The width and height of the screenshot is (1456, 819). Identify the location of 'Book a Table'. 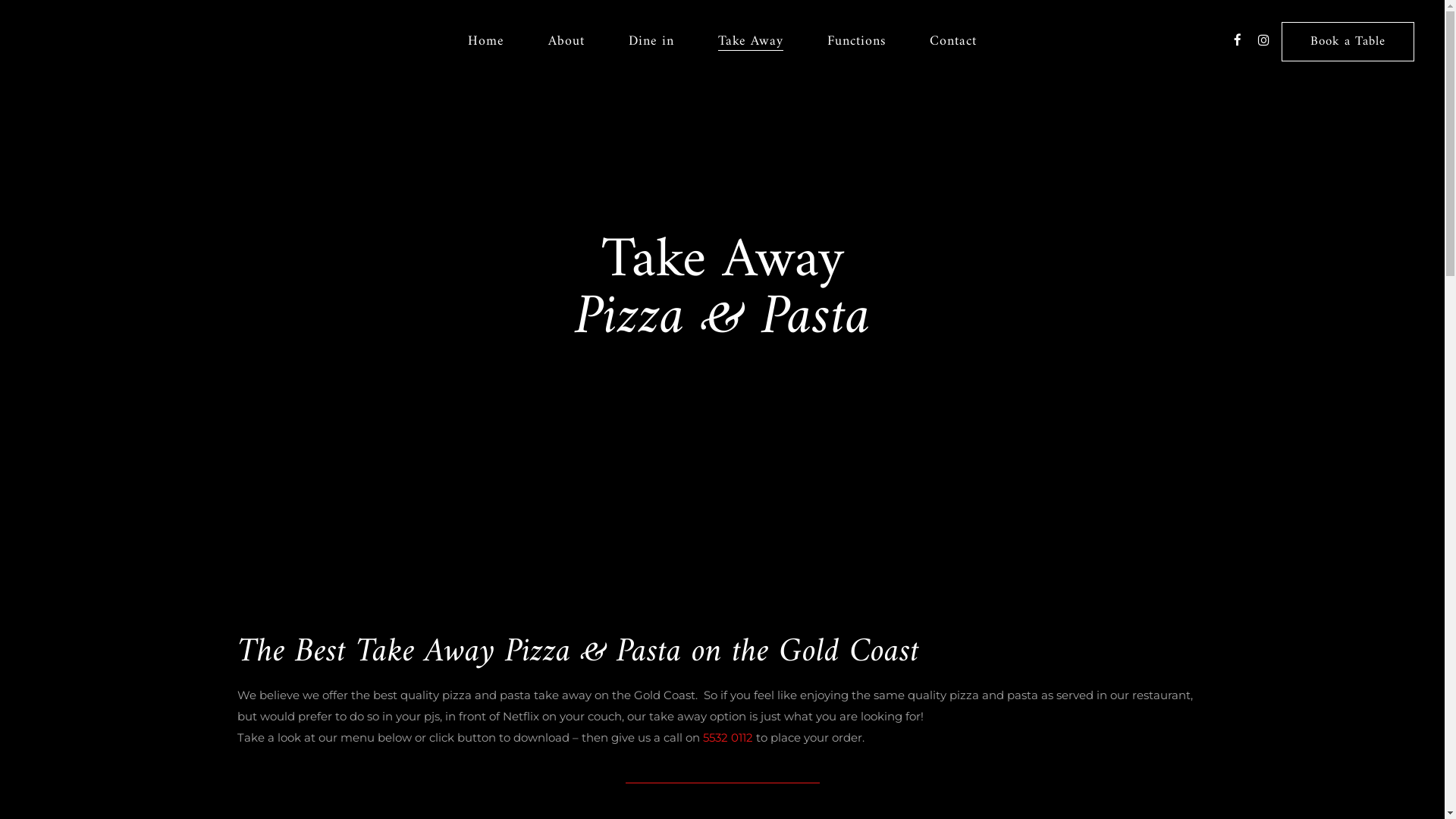
(1348, 40).